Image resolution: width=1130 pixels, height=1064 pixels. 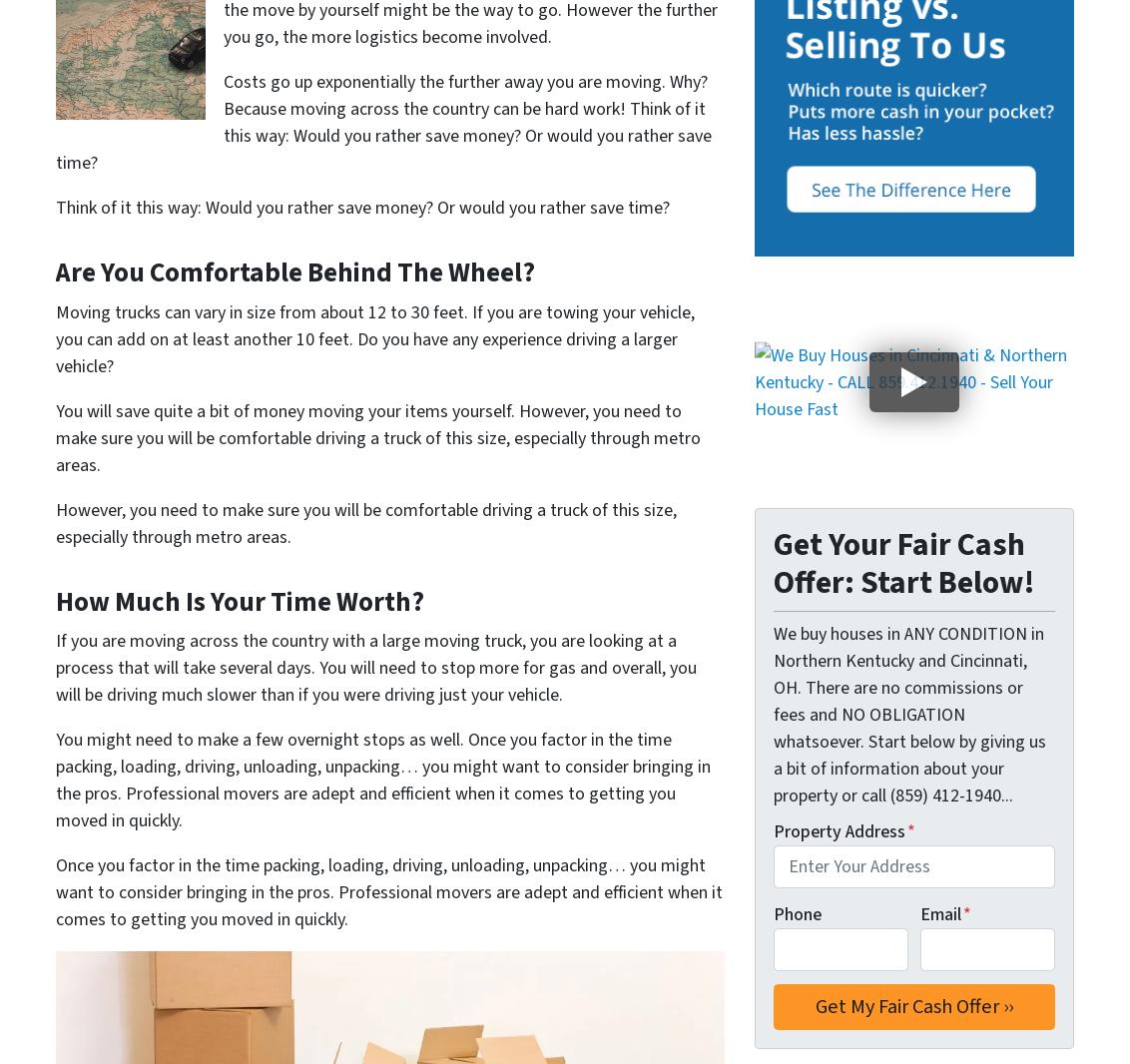 I want to click on 'Pleasant Ridge', so click(x=945, y=339).